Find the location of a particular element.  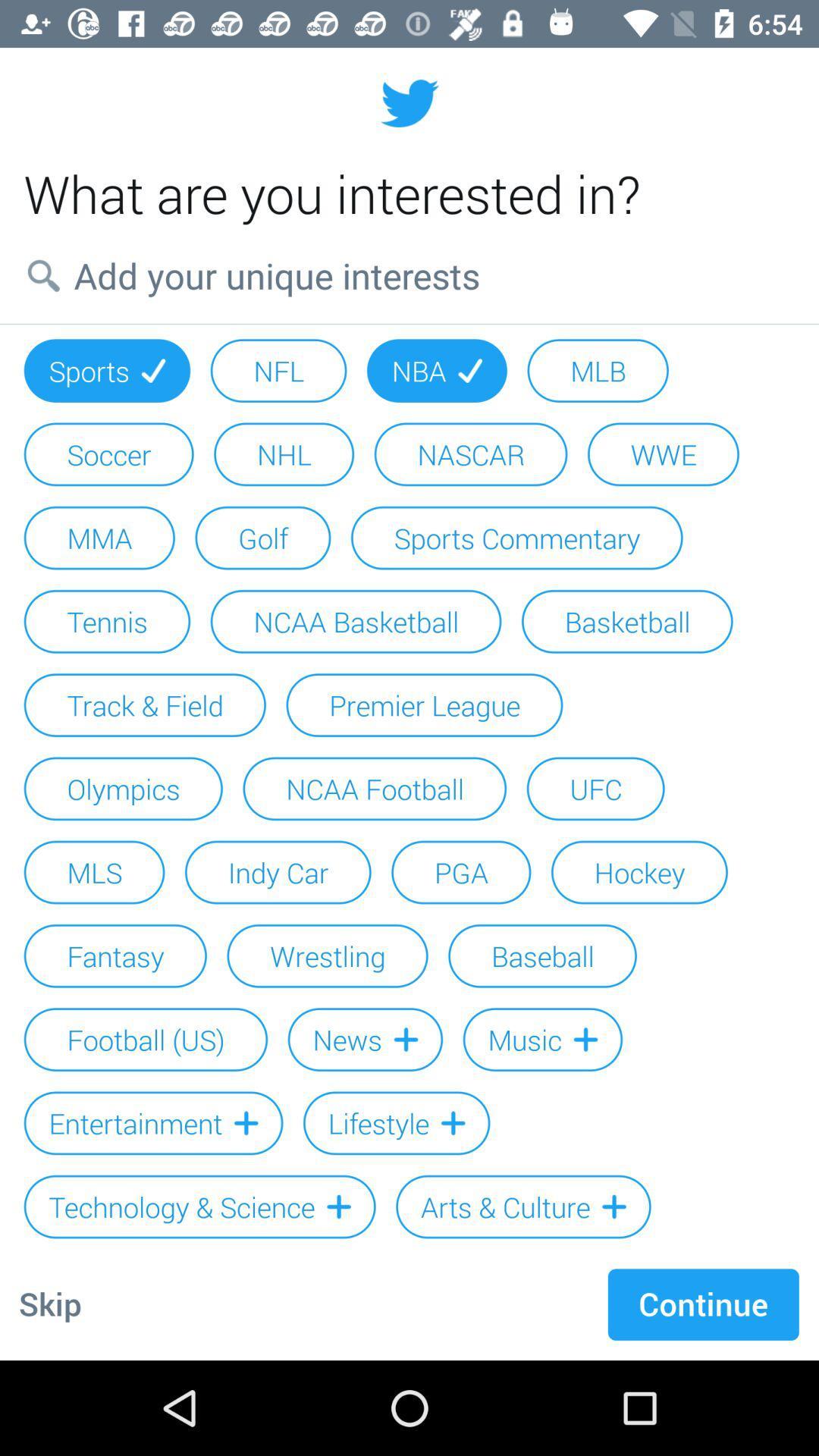

the icon below technology & science item is located at coordinates (49, 1304).